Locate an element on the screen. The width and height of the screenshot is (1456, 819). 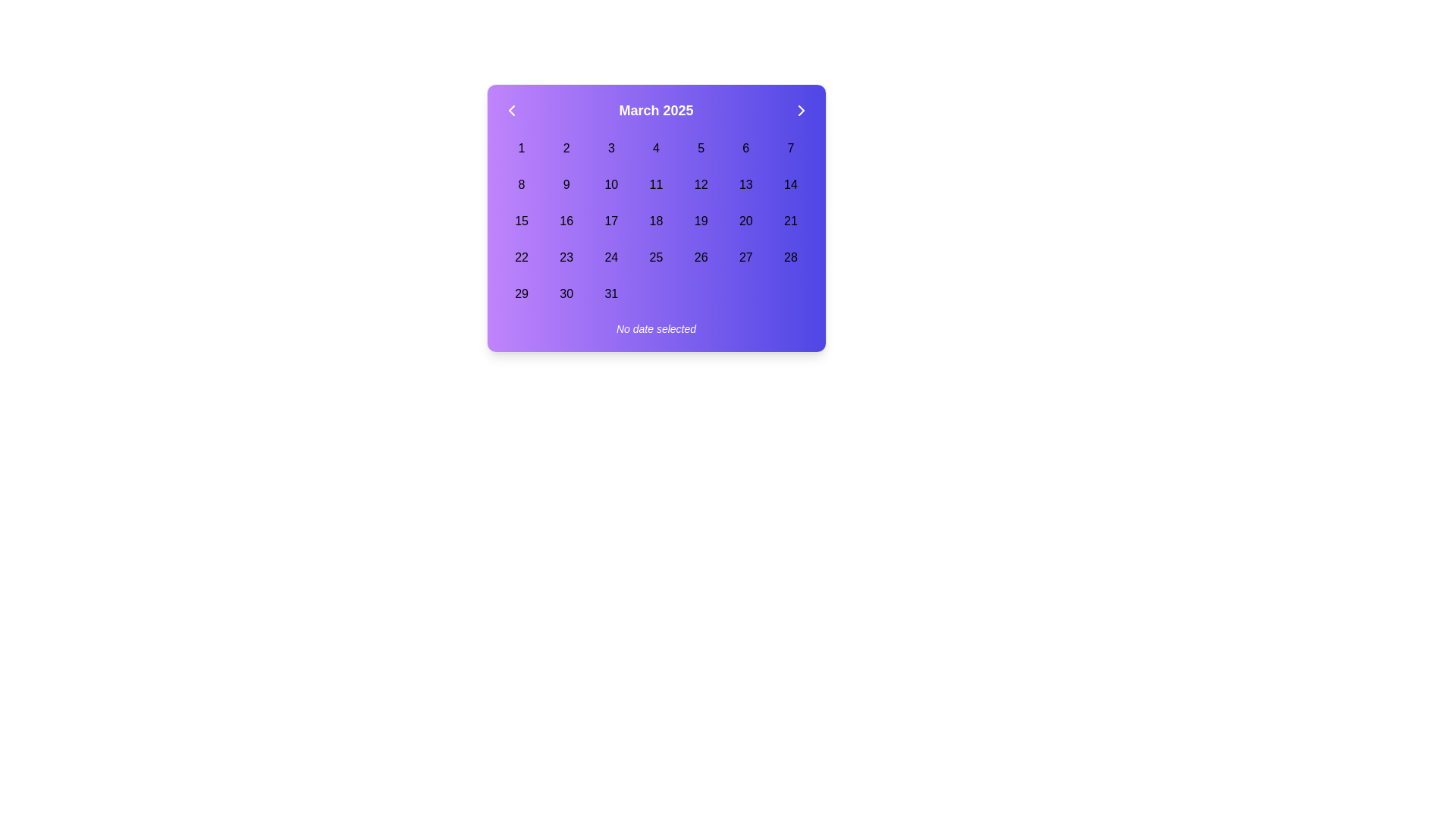
the clickable grid item displaying the number '5' in bold black text, which is the fifth item in the first row of the calendar grid for March 2025 is located at coordinates (700, 149).